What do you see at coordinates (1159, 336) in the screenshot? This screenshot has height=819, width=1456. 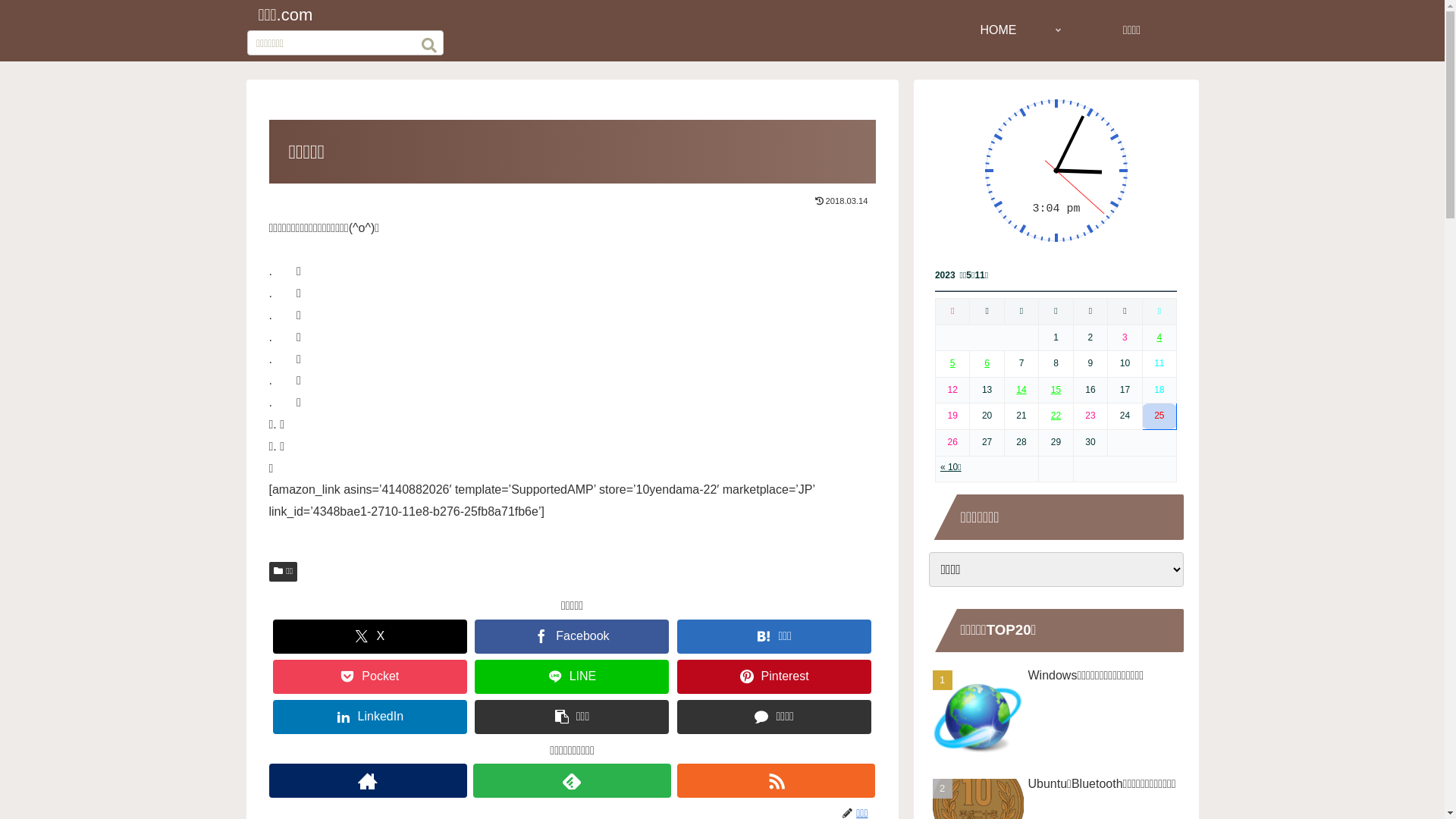 I see `'4'` at bounding box center [1159, 336].